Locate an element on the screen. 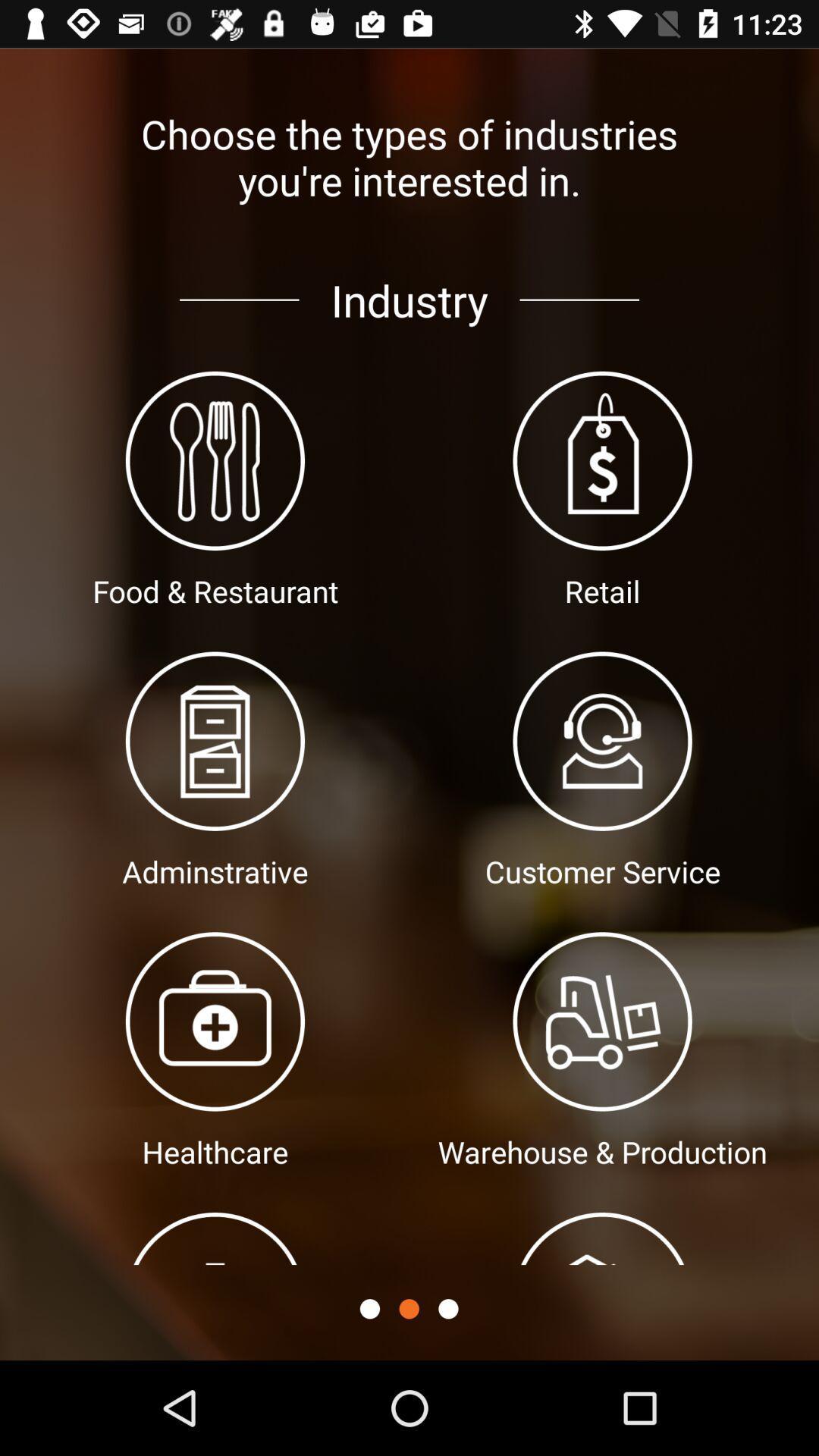 This screenshot has width=819, height=1456. scroll to next screen is located at coordinates (447, 1308).